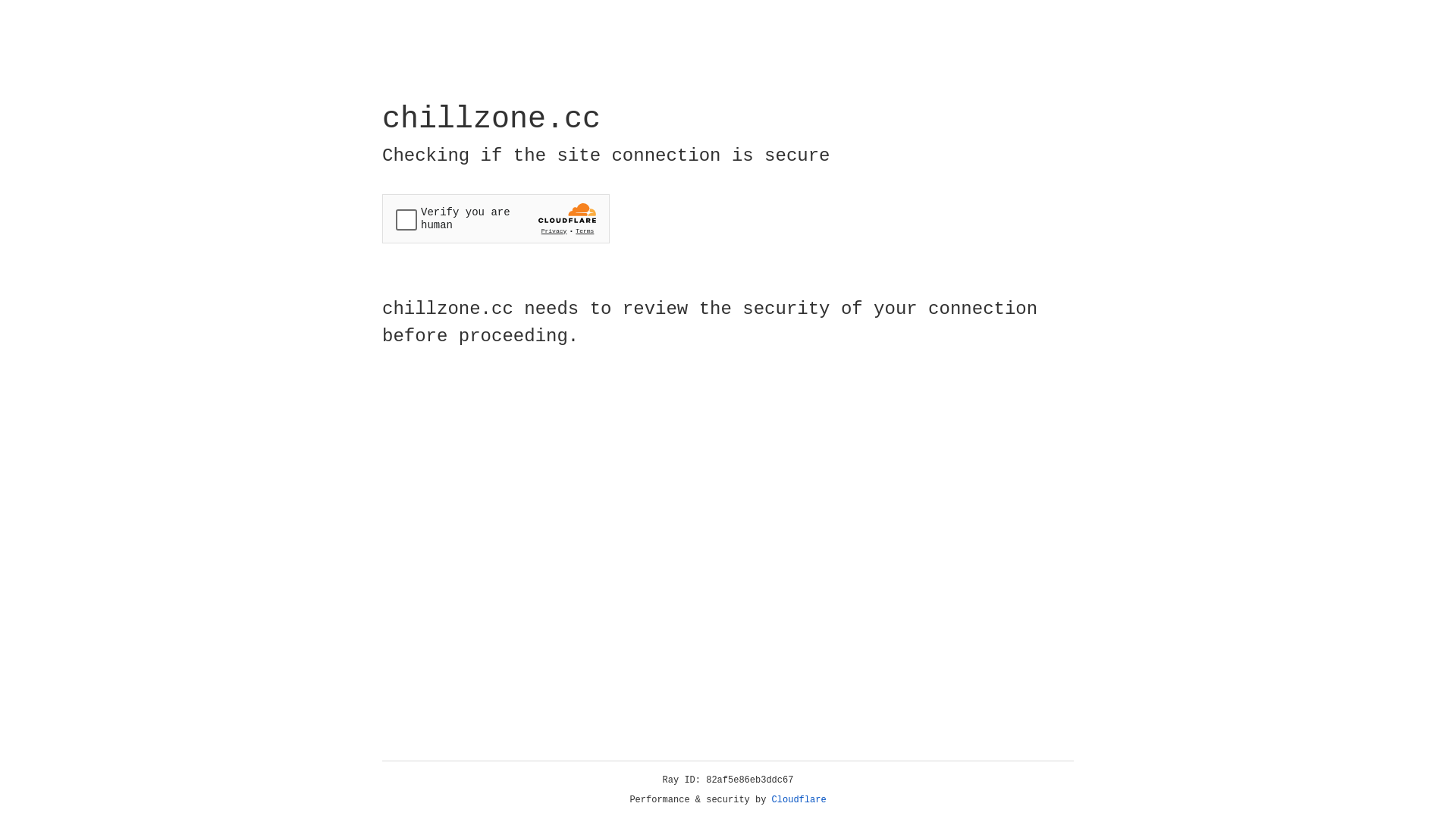 The height and width of the screenshot is (819, 1456). Describe the element at coordinates (799, 799) in the screenshot. I see `'Cloudflare'` at that location.